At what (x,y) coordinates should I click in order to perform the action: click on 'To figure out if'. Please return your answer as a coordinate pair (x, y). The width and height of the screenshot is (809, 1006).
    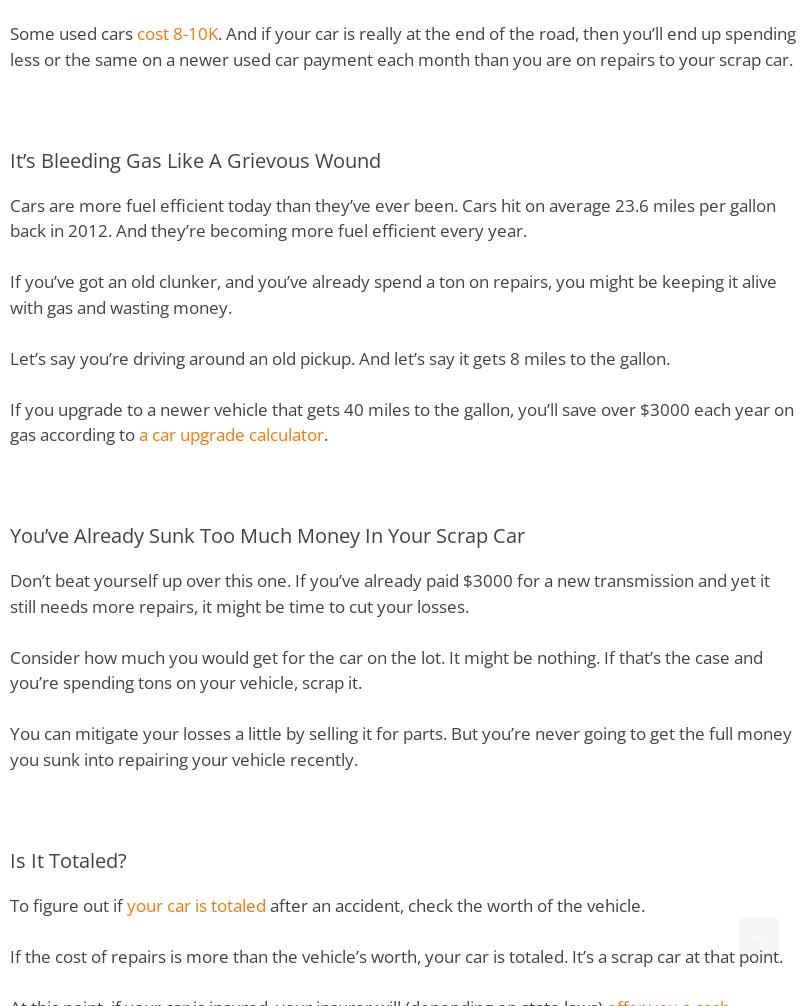
    Looking at the image, I should click on (68, 903).